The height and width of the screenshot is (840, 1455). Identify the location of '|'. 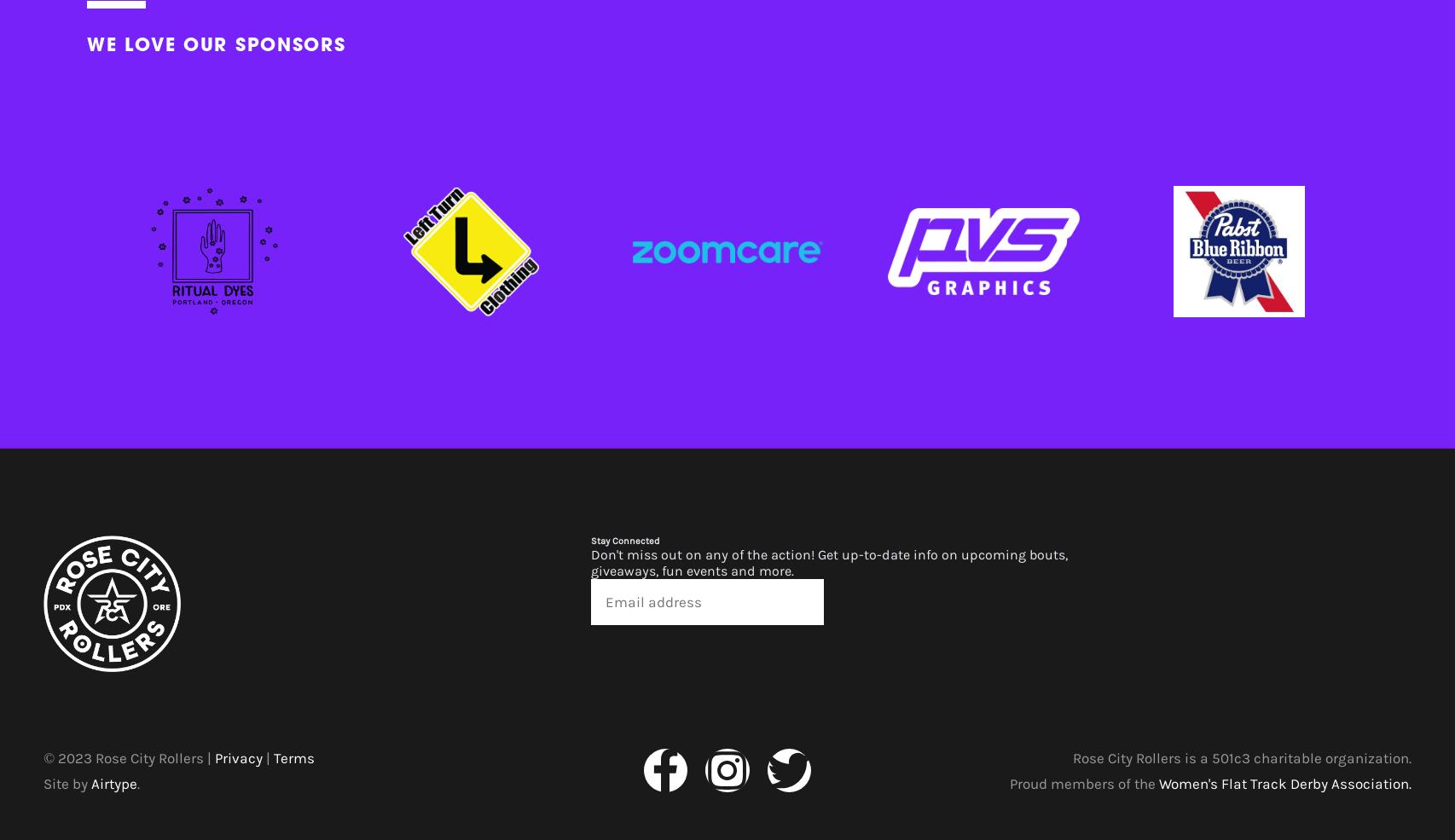
(268, 756).